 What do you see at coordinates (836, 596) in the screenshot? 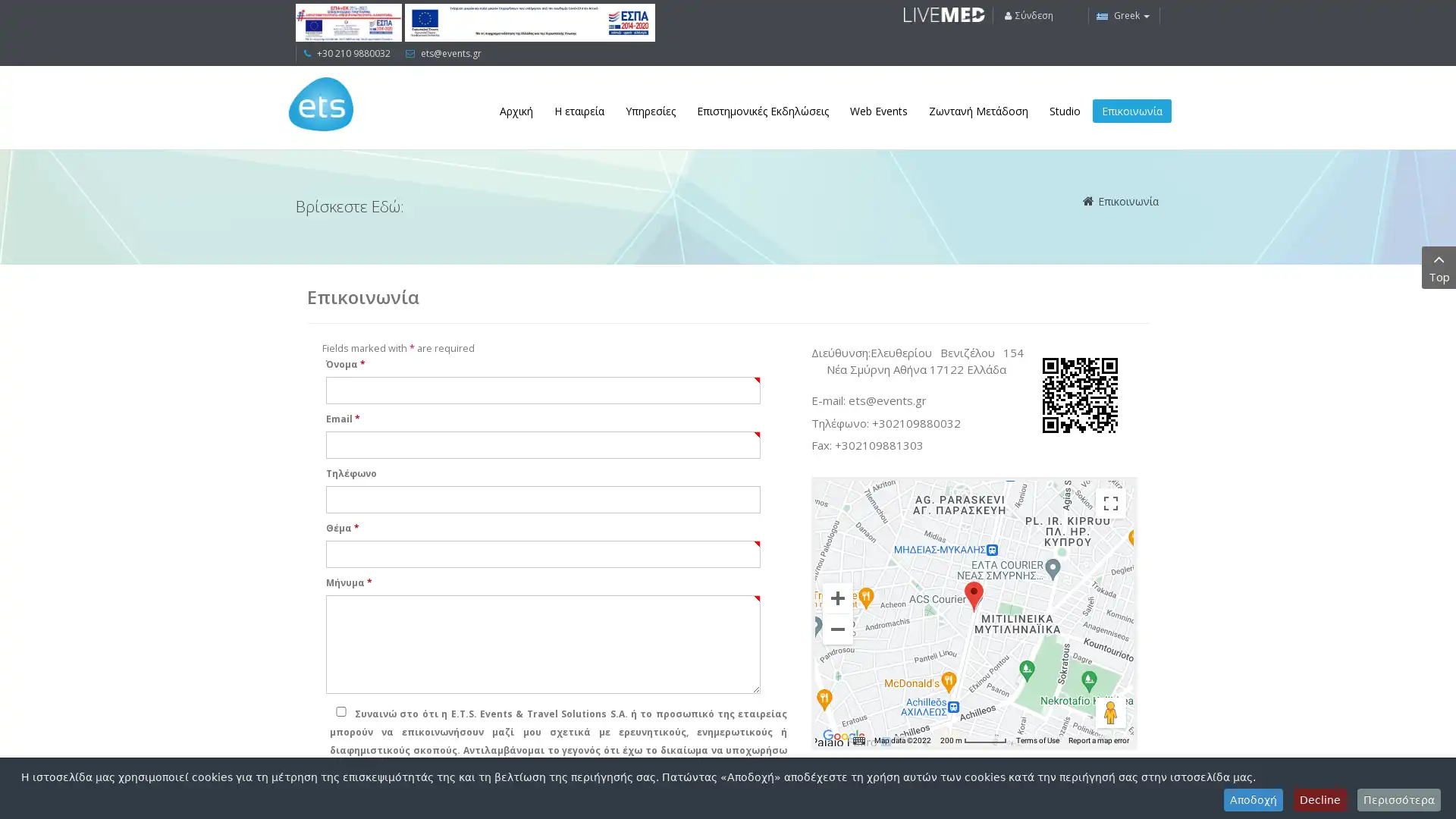
I see `Zoom in` at bounding box center [836, 596].